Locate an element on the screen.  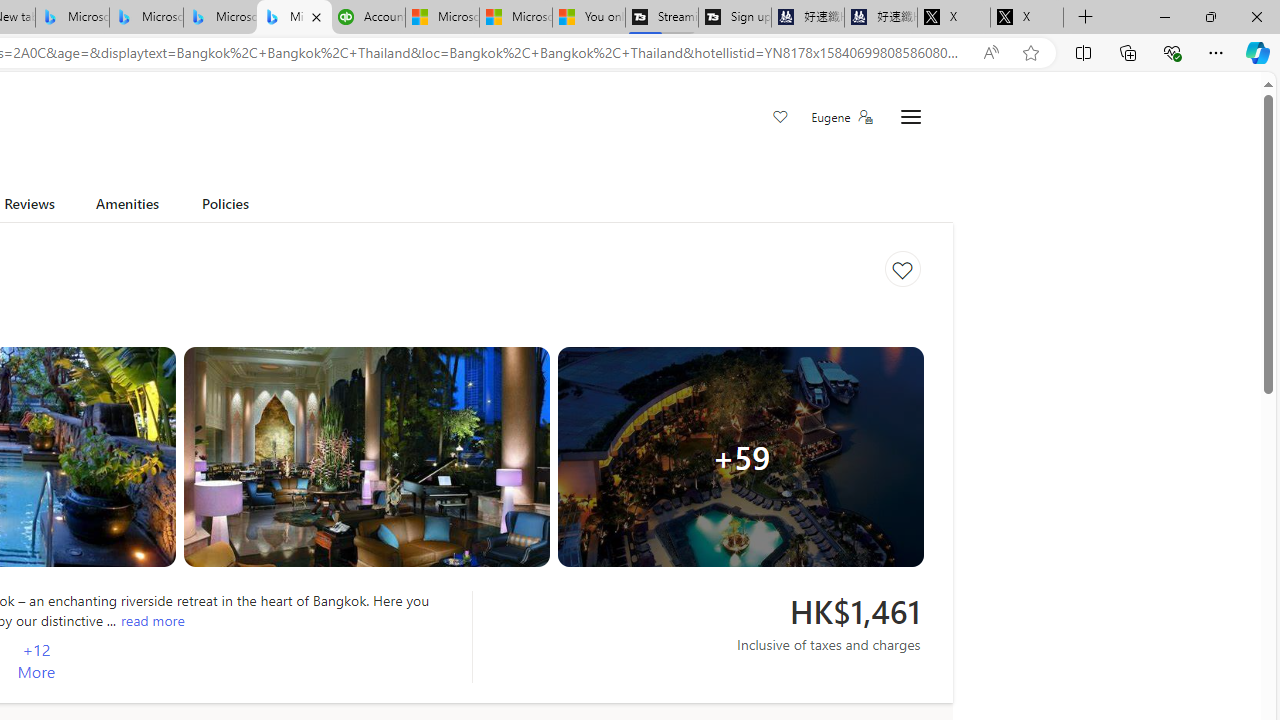
'+12 More Amenities' is located at coordinates (36, 661).